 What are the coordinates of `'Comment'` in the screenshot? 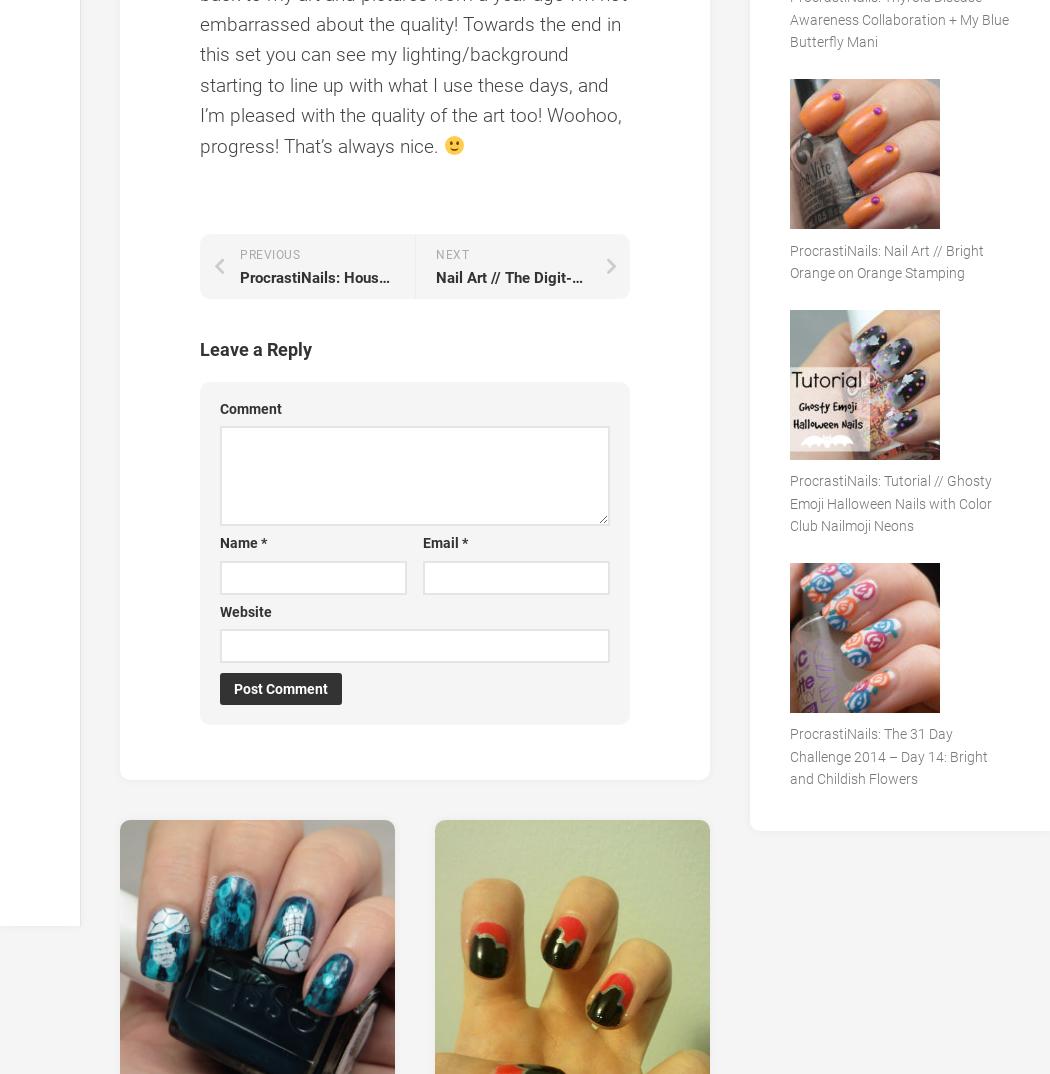 It's located at (218, 408).